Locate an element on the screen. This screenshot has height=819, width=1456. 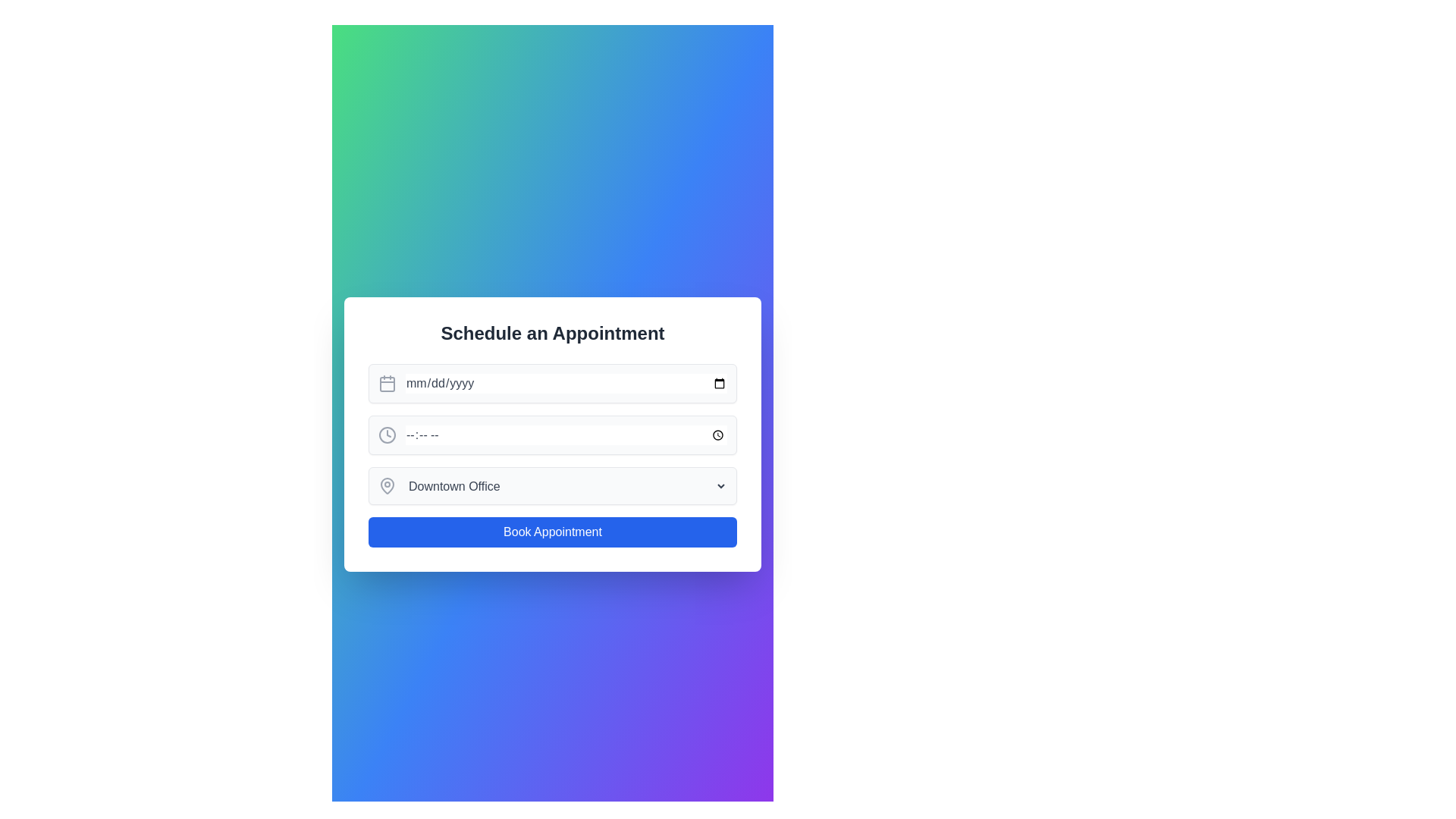
the clock icon with a circular outline and clock hands, located in the second row of input areas, to the left of the time input field is located at coordinates (387, 435).